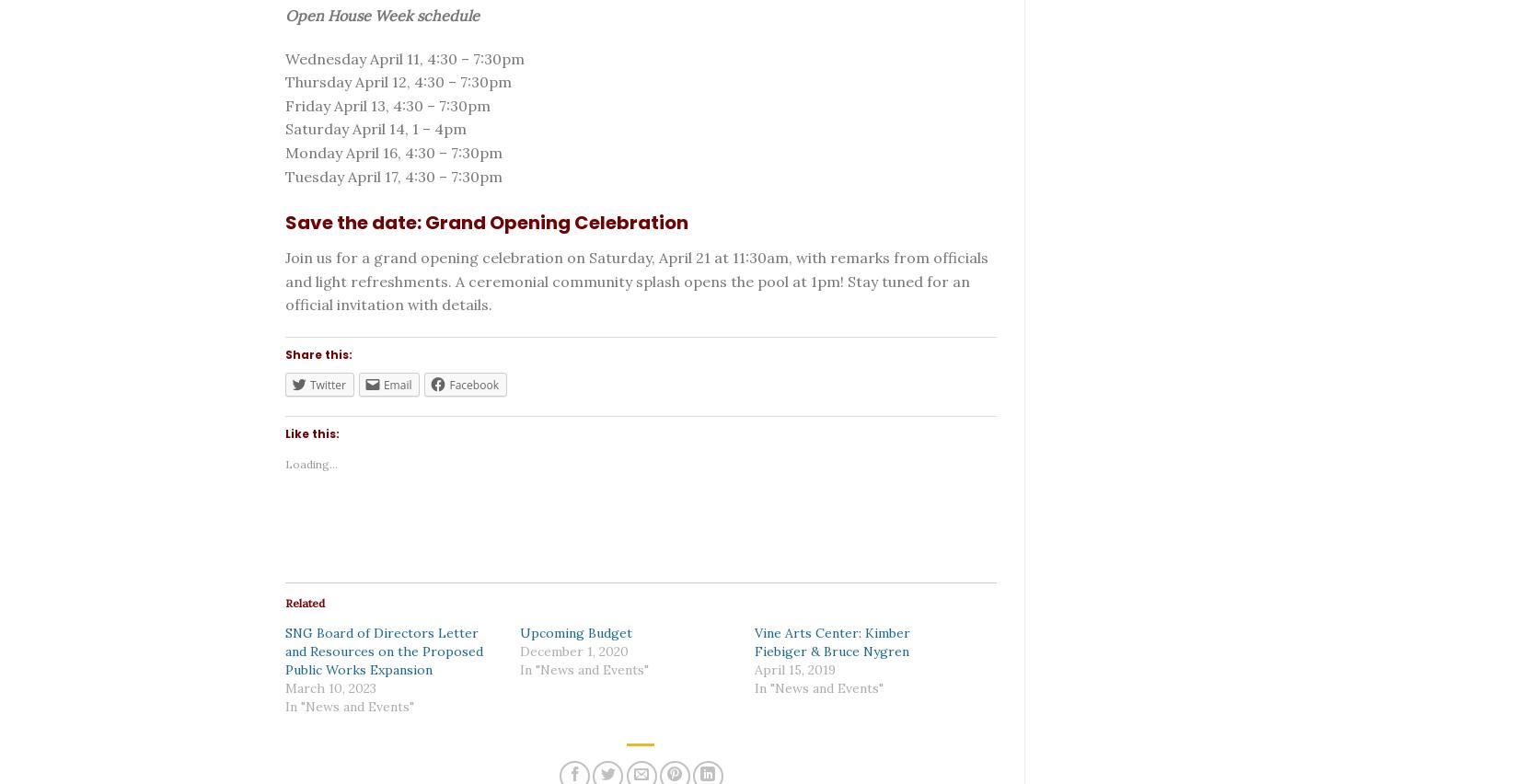 The width and height of the screenshot is (1537, 784). What do you see at coordinates (311, 463) in the screenshot?
I see `'Loading...'` at bounding box center [311, 463].